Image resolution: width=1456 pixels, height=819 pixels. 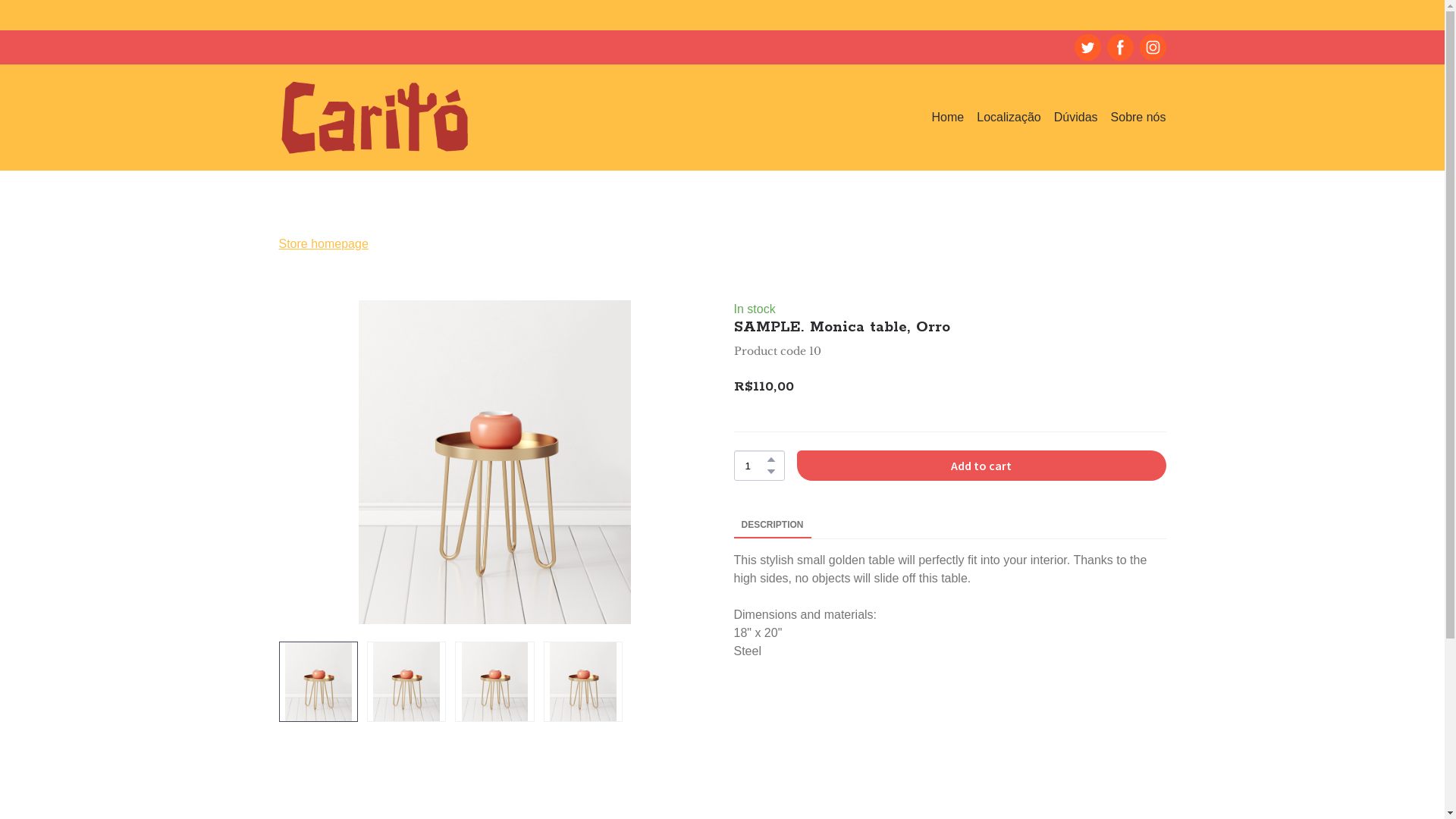 What do you see at coordinates (947, 116) in the screenshot?
I see `'Home'` at bounding box center [947, 116].